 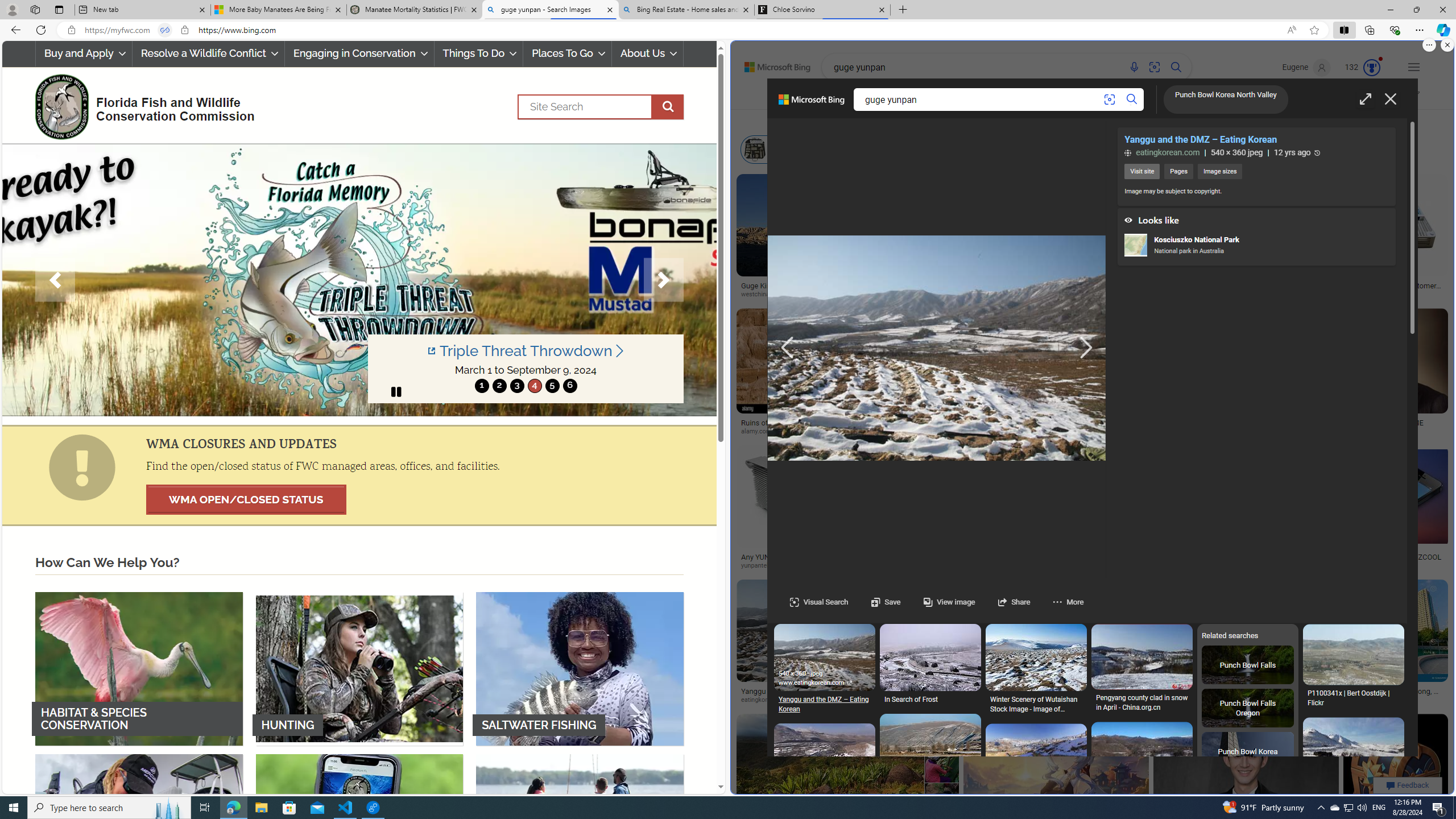 I want to click on 'Pages', so click(x=1178, y=171).